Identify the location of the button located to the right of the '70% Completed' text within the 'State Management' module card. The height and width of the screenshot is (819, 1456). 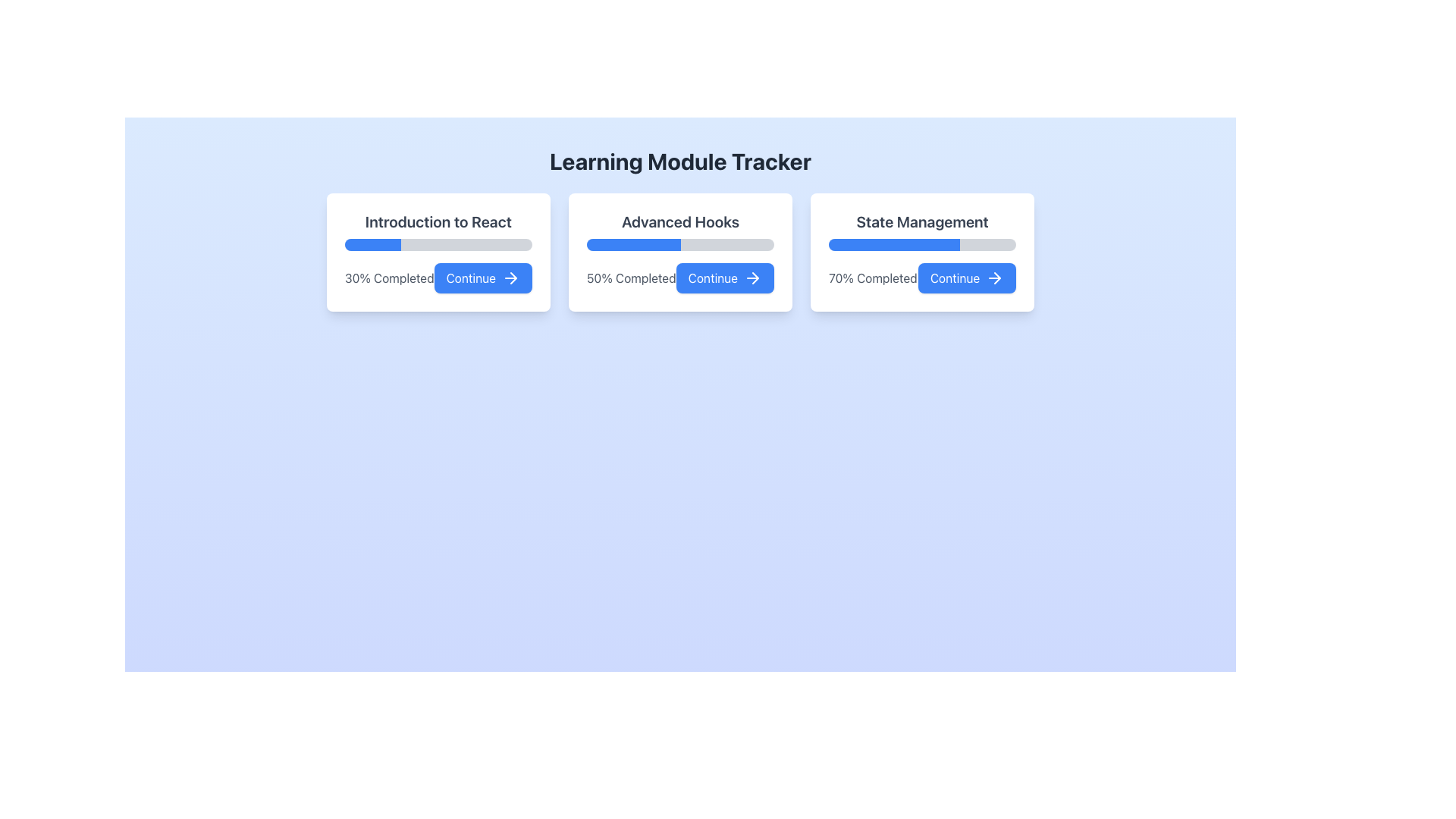
(966, 278).